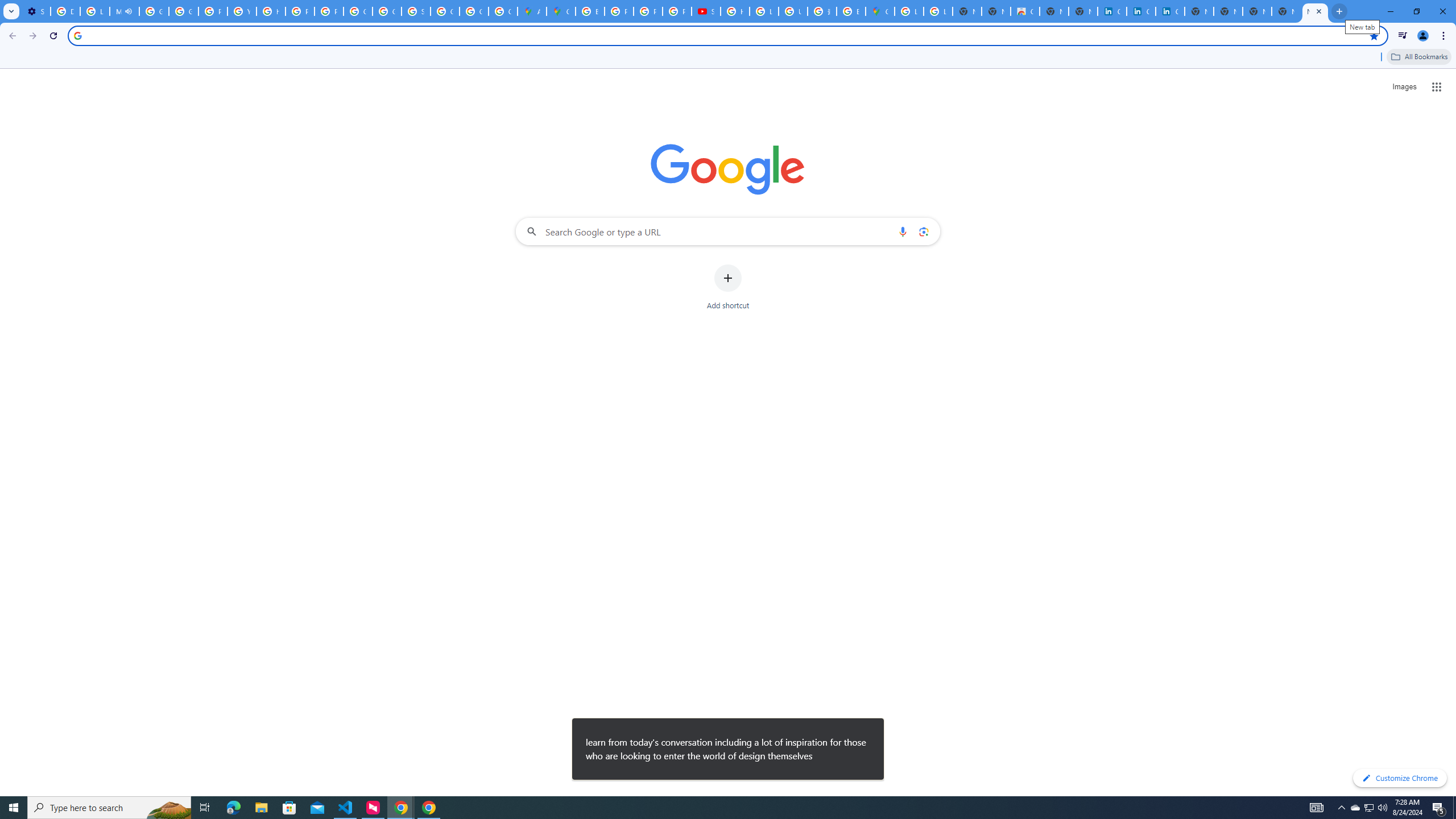  Describe the element at coordinates (705, 11) in the screenshot. I see `'Subscriptions - YouTube'` at that location.